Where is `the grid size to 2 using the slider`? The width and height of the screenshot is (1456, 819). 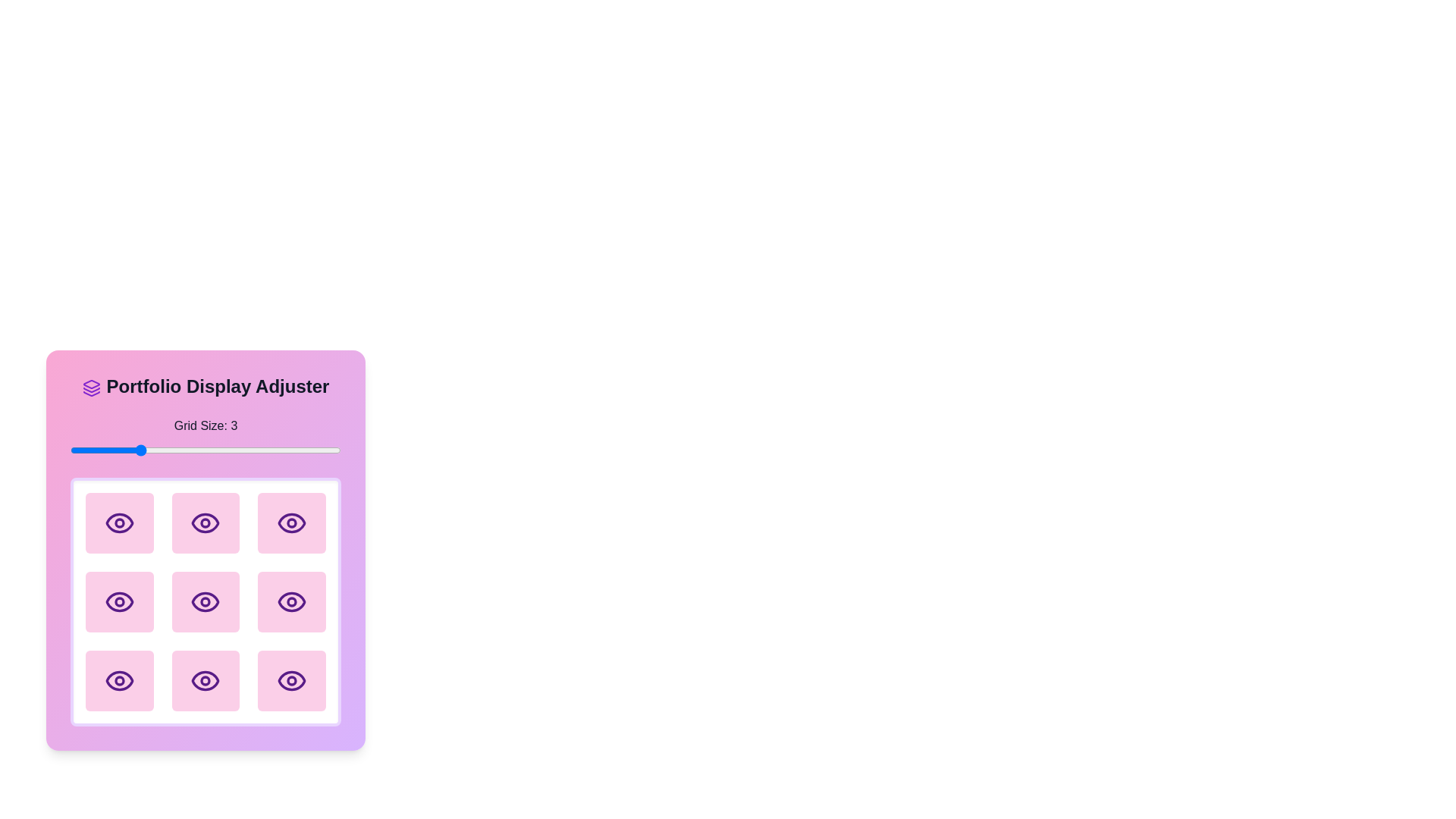 the grid size to 2 using the slider is located at coordinates (69, 450).